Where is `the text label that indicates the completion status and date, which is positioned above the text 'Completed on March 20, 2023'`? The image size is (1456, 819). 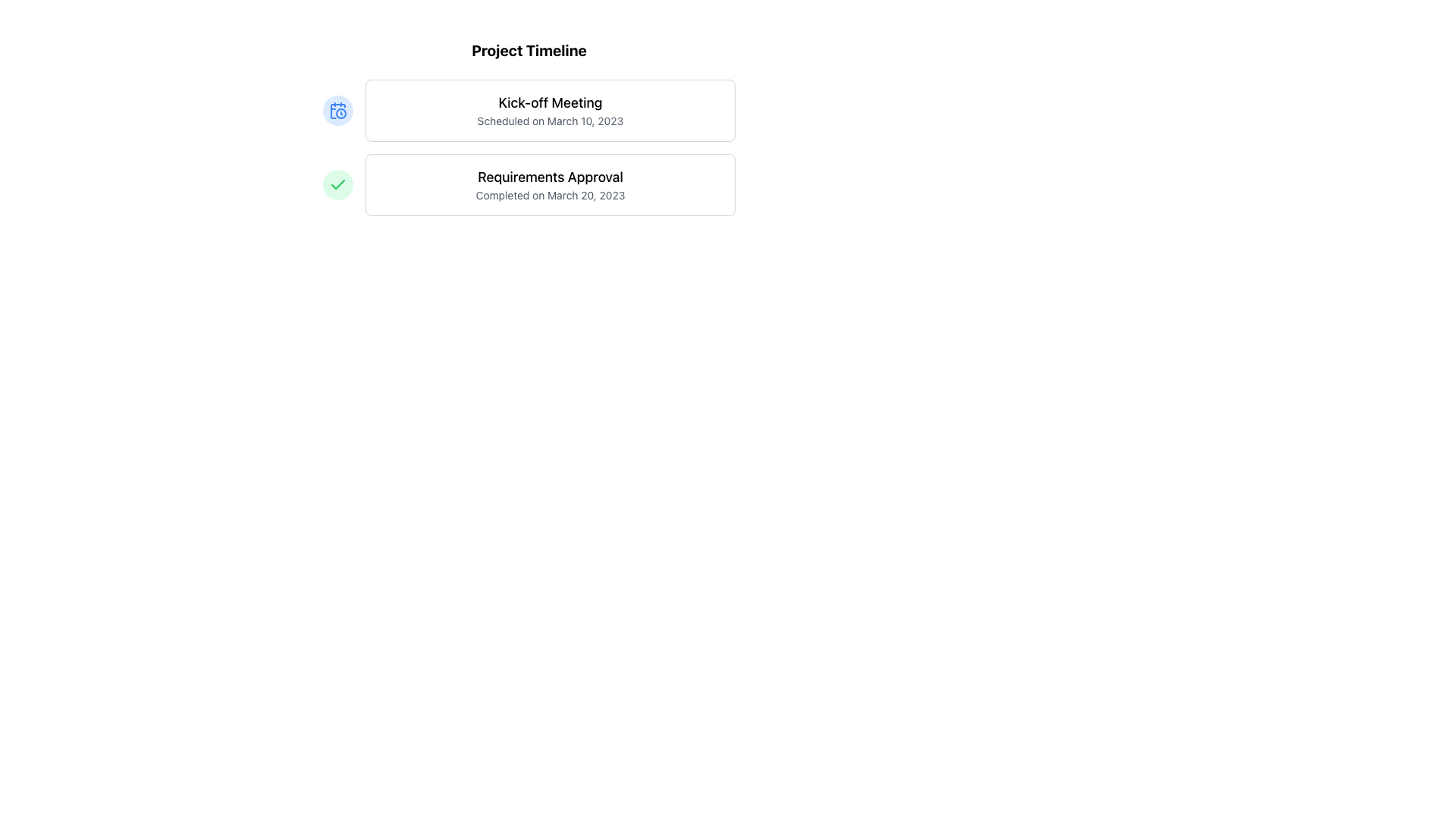 the text label that indicates the completion status and date, which is positioned above the text 'Completed on March 20, 2023' is located at coordinates (549, 177).